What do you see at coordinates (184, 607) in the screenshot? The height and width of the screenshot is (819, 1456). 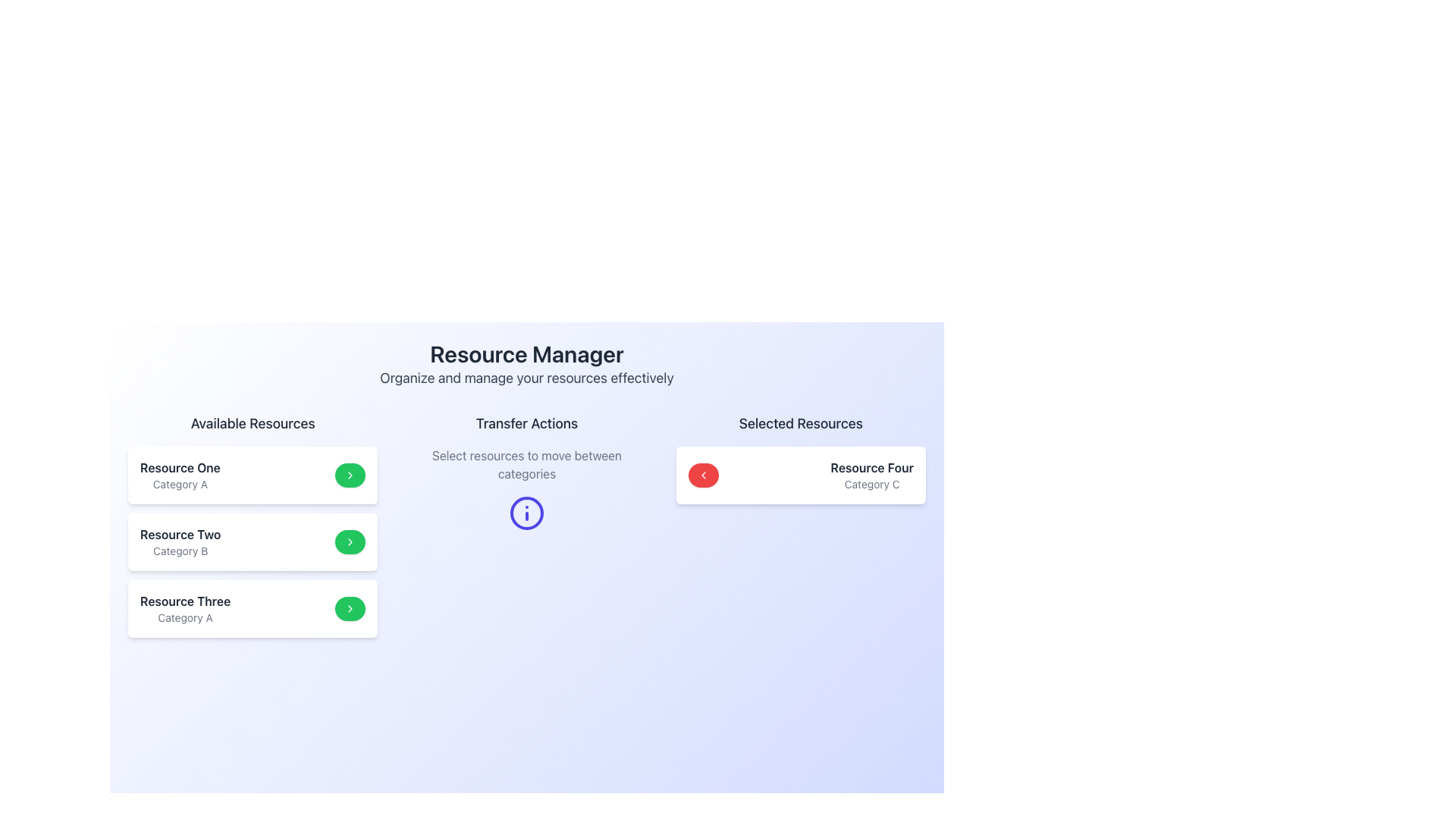 I see `the text element displaying resource information titled 'Resource Three' in the 'Available Resources' section, which is the third card in the list` at bounding box center [184, 607].